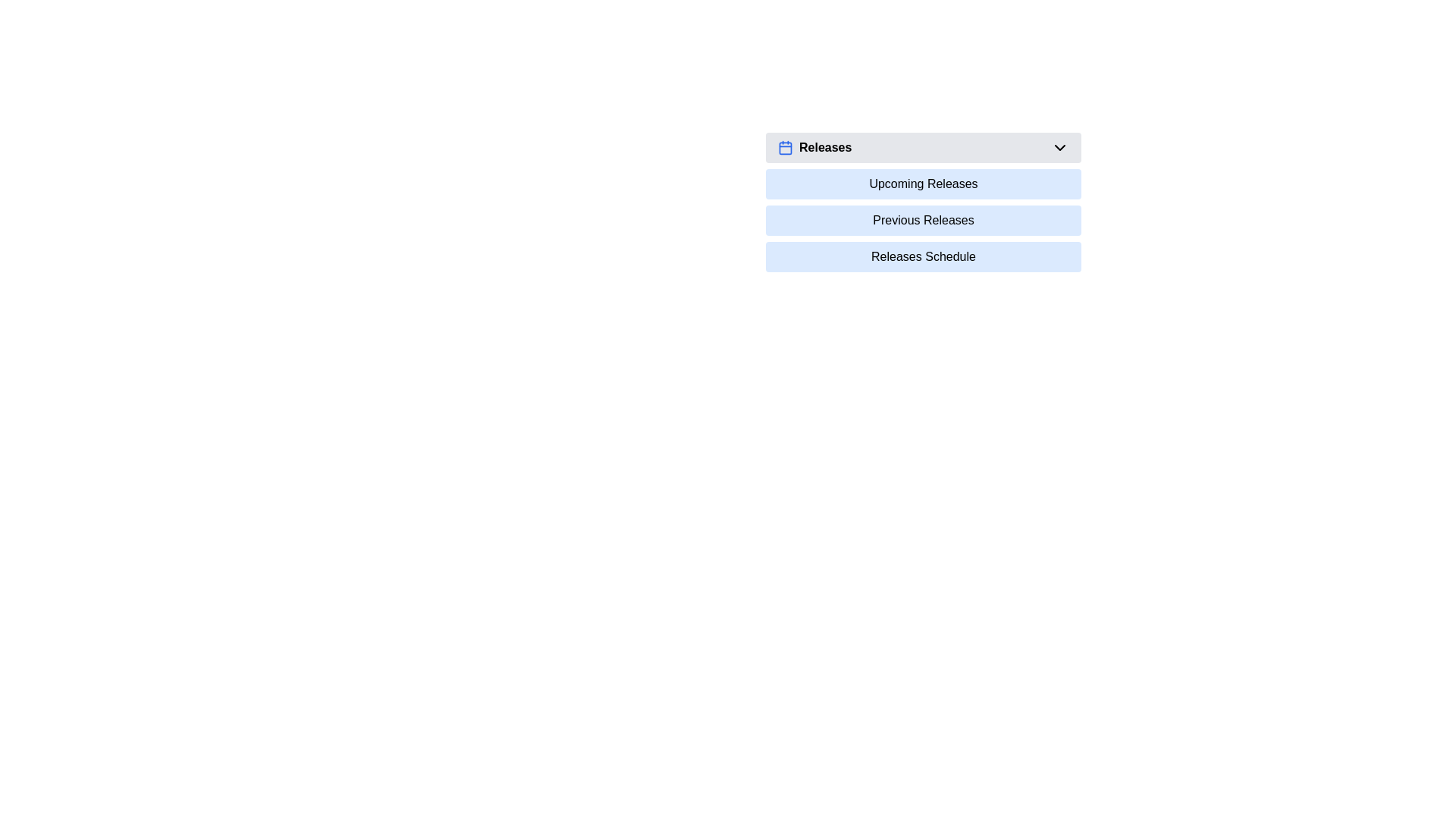 Image resolution: width=1456 pixels, height=819 pixels. What do you see at coordinates (923, 256) in the screenshot?
I see `the 'Releases Schedule' button, which is a light blue rectangular button with rounded corners located in the dropdown menu titled 'Releases'` at bounding box center [923, 256].